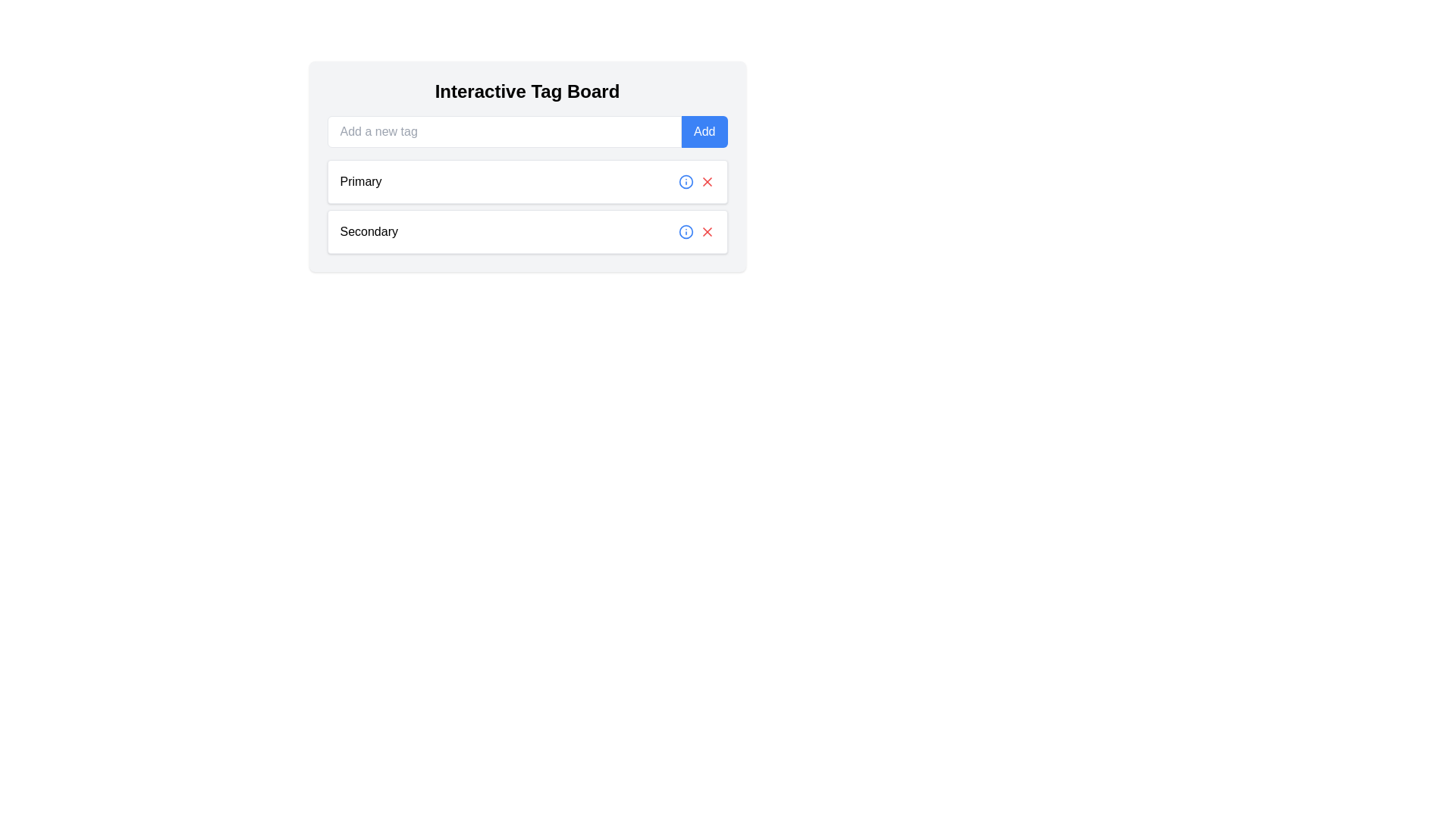 This screenshot has width=1456, height=819. I want to click on the composite UI element consisting of a blue circular icon with an 'i' symbol and a red 'X' symbol, so click(695, 231).